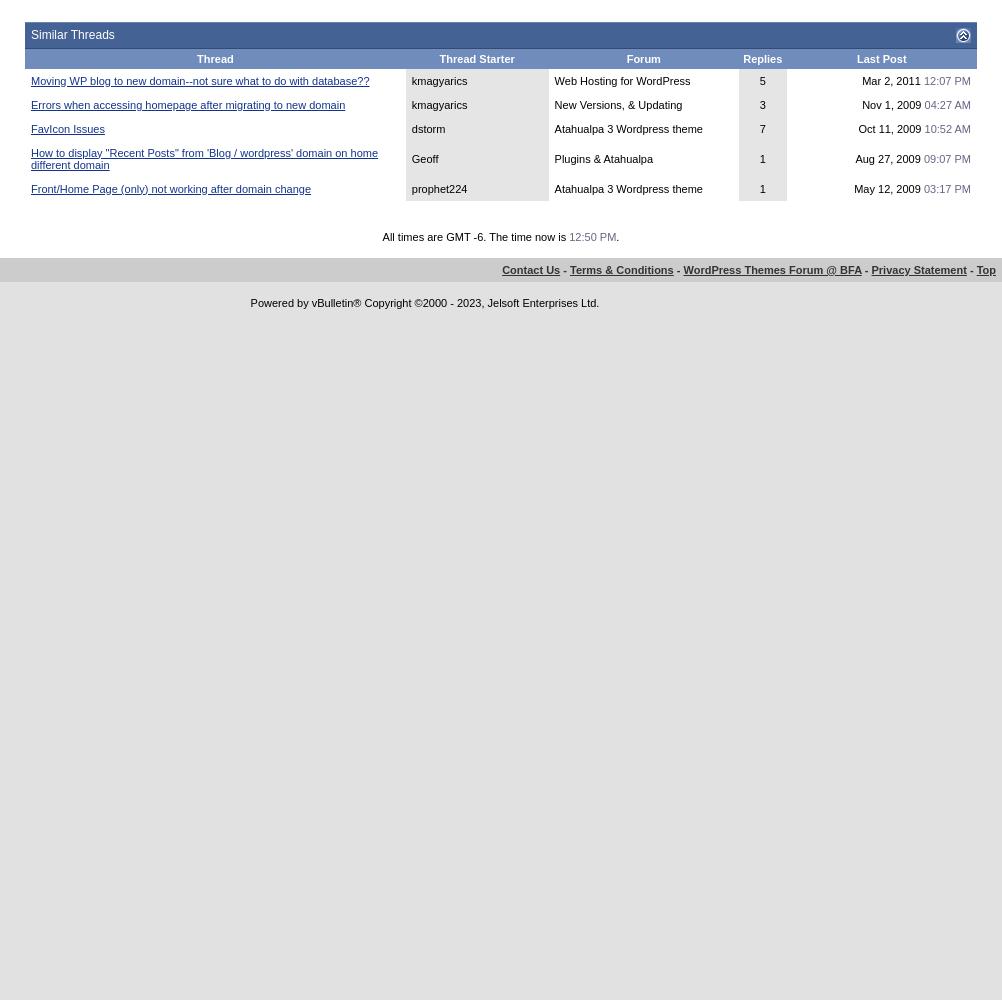  What do you see at coordinates (621, 79) in the screenshot?
I see `'Web Hosting for WordPress'` at bounding box center [621, 79].